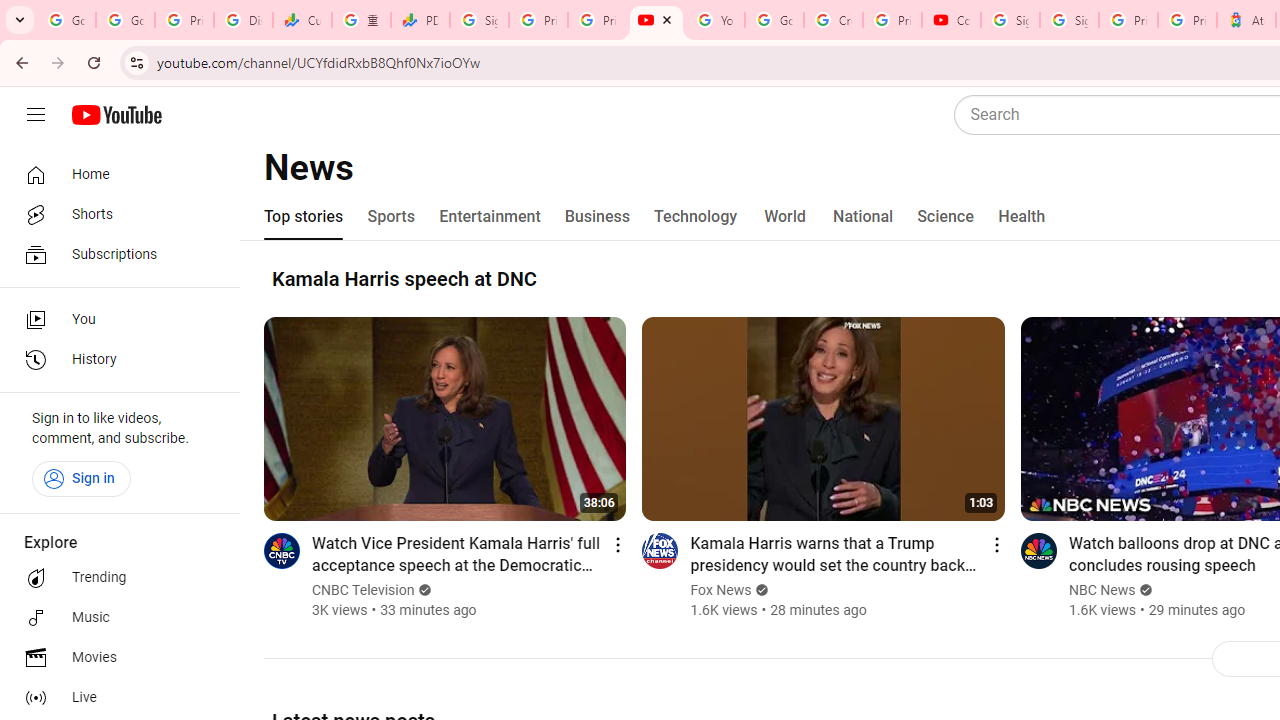  Describe the element at coordinates (112, 253) in the screenshot. I see `'Subscriptions'` at that location.